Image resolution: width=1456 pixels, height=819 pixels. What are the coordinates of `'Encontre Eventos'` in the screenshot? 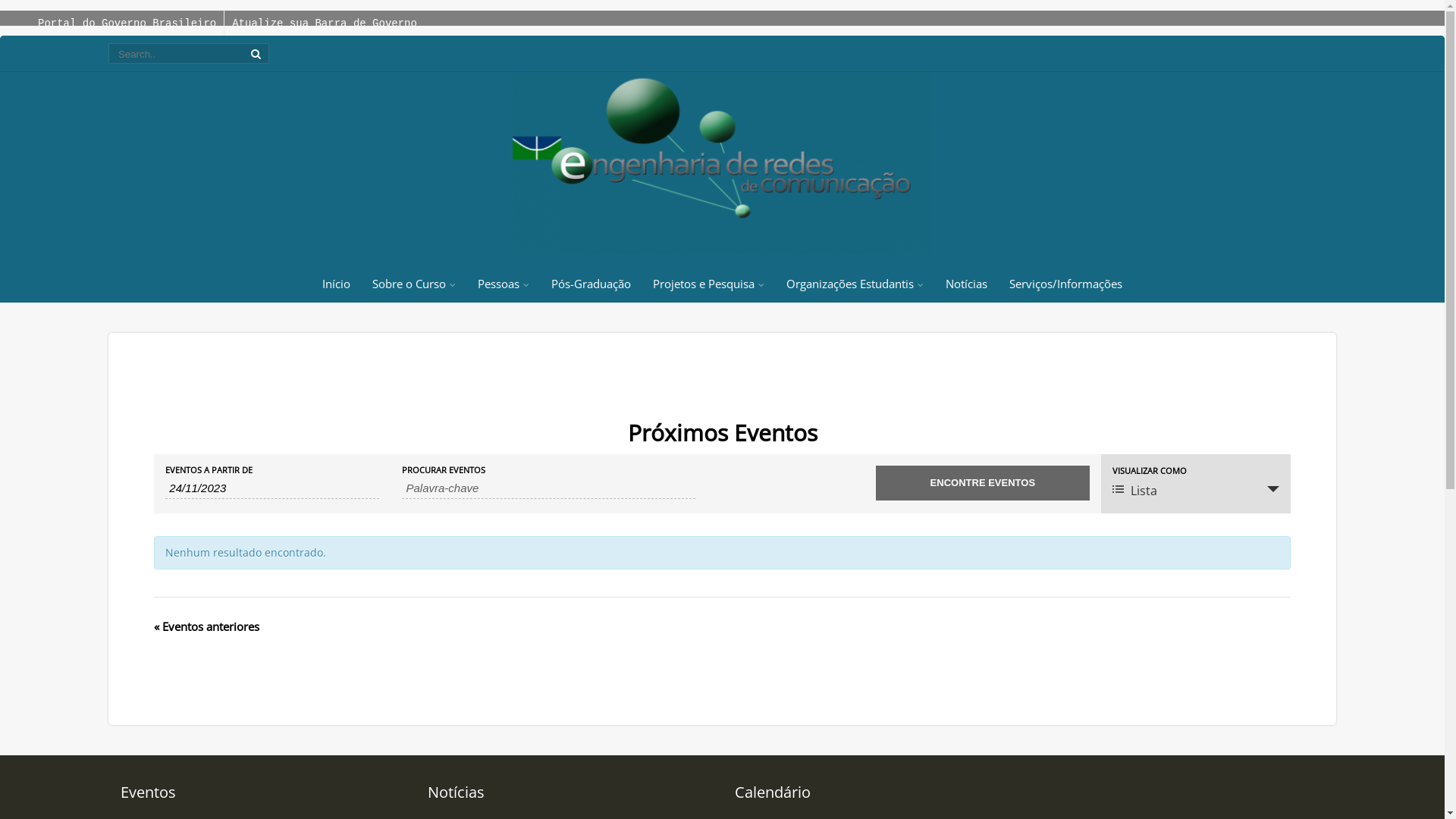 It's located at (983, 482).